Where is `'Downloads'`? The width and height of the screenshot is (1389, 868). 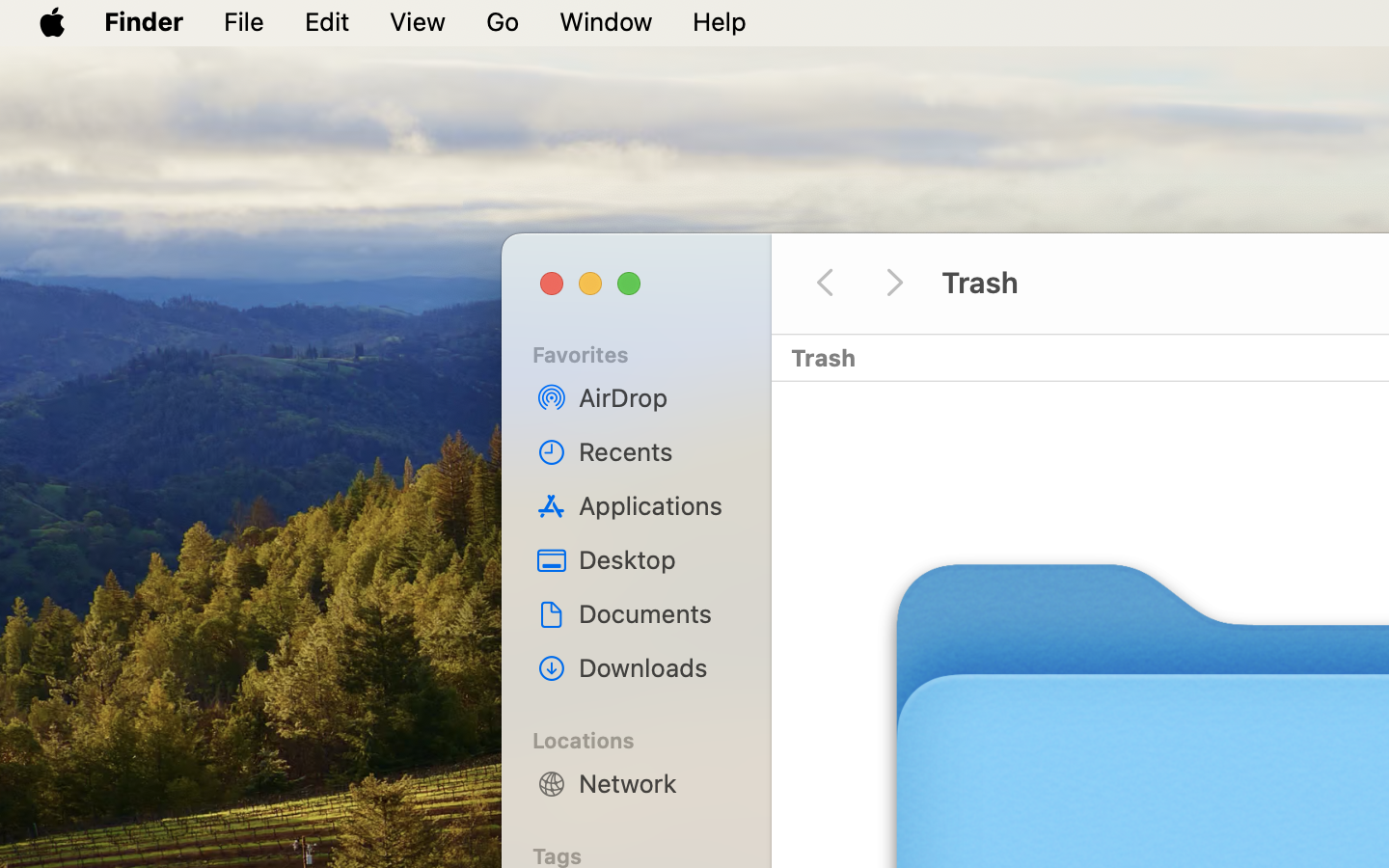
'Downloads' is located at coordinates (656, 666).